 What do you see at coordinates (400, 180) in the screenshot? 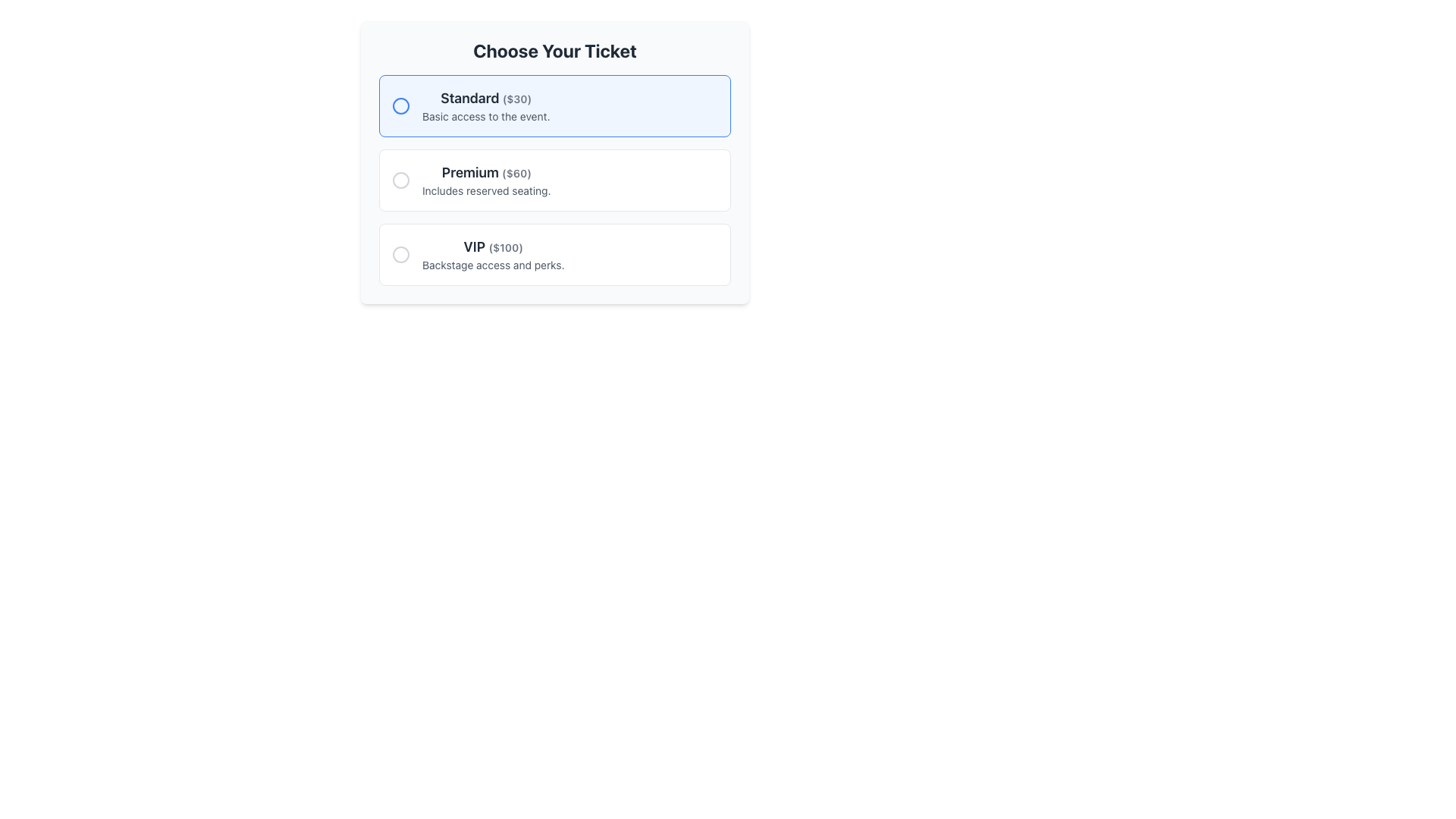
I see `the unselected radio button for the 'Premium ($60) Includes reserved seating.' option` at bounding box center [400, 180].